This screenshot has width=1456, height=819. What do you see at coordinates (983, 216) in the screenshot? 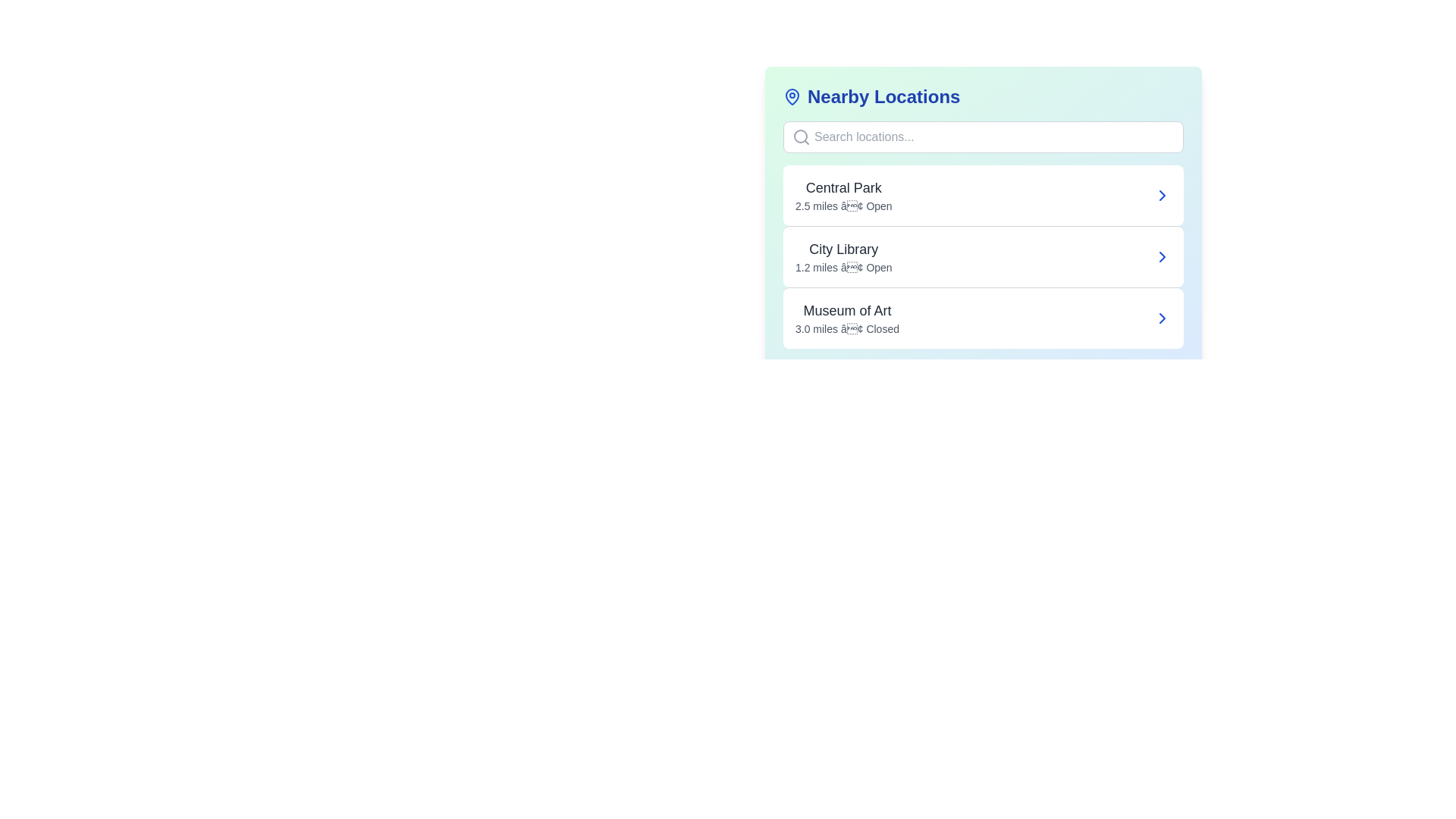
I see `the individual location entry in the 'Nearby Locations' scrollable list` at bounding box center [983, 216].